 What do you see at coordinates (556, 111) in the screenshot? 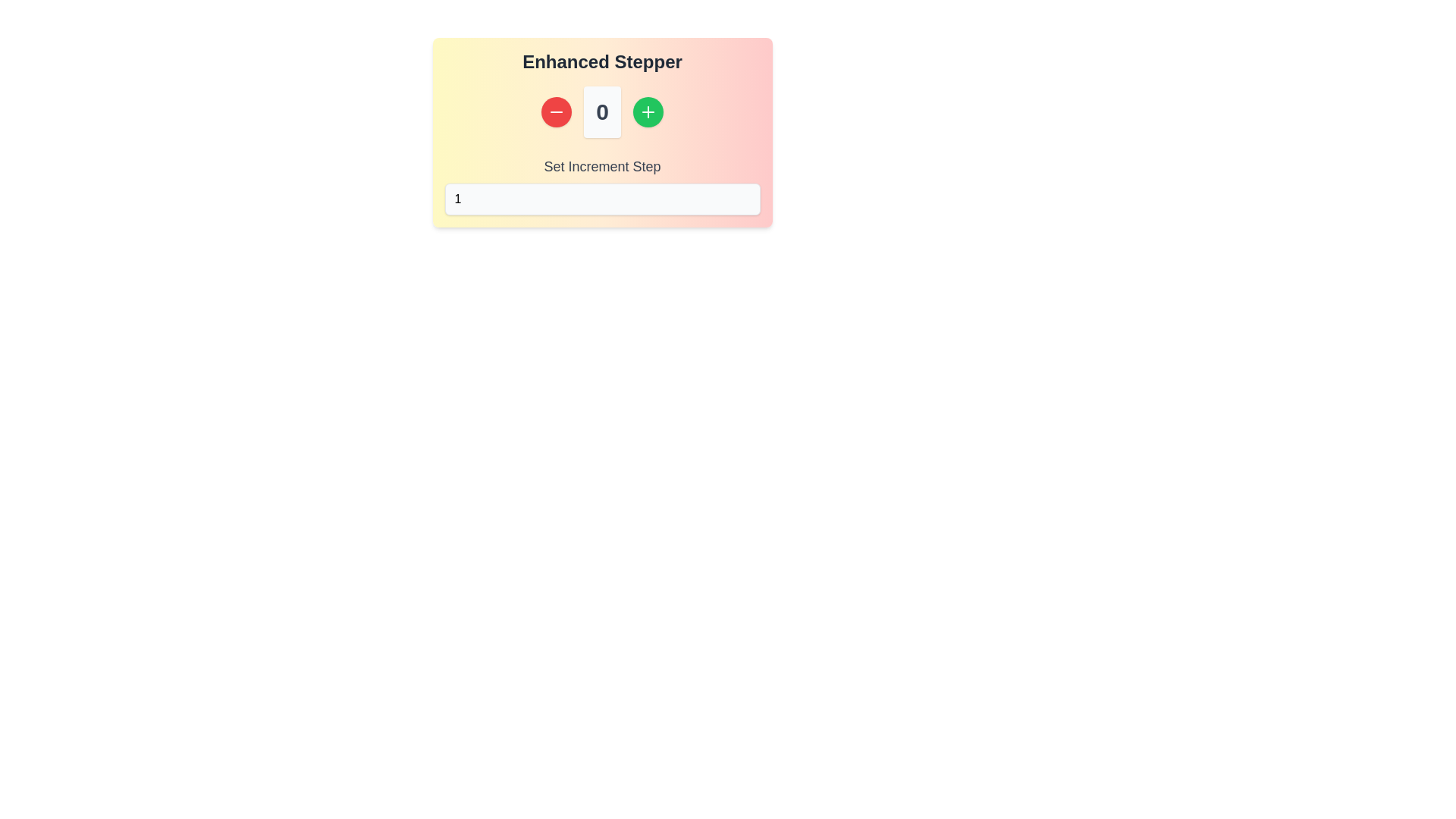
I see `the button that decreases the counter value, located to the left of the number display and a green button, to change its appearance` at bounding box center [556, 111].